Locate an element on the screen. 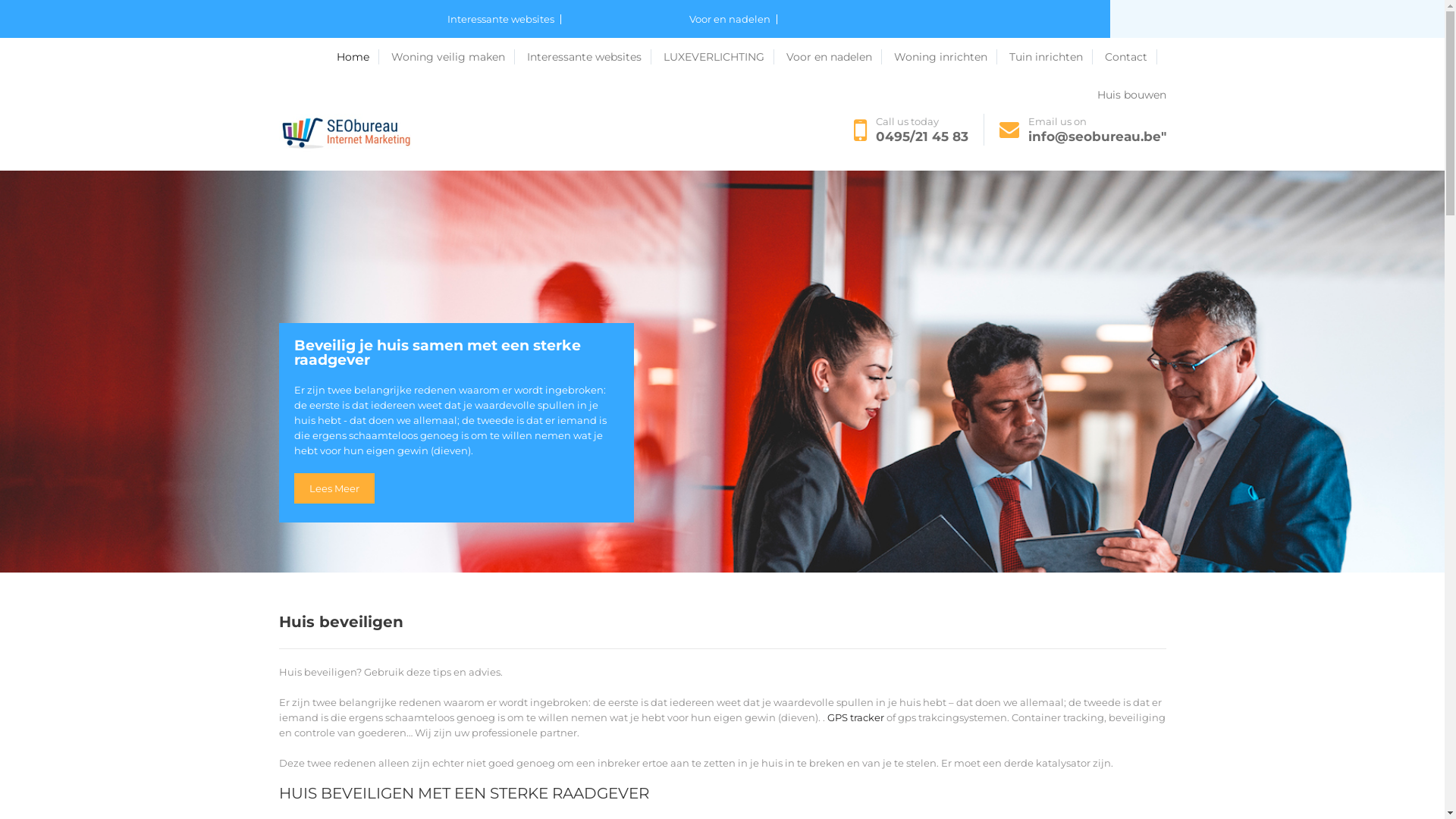 This screenshot has width=1456, height=819. 'Voor en nadelen' is located at coordinates (732, 19).